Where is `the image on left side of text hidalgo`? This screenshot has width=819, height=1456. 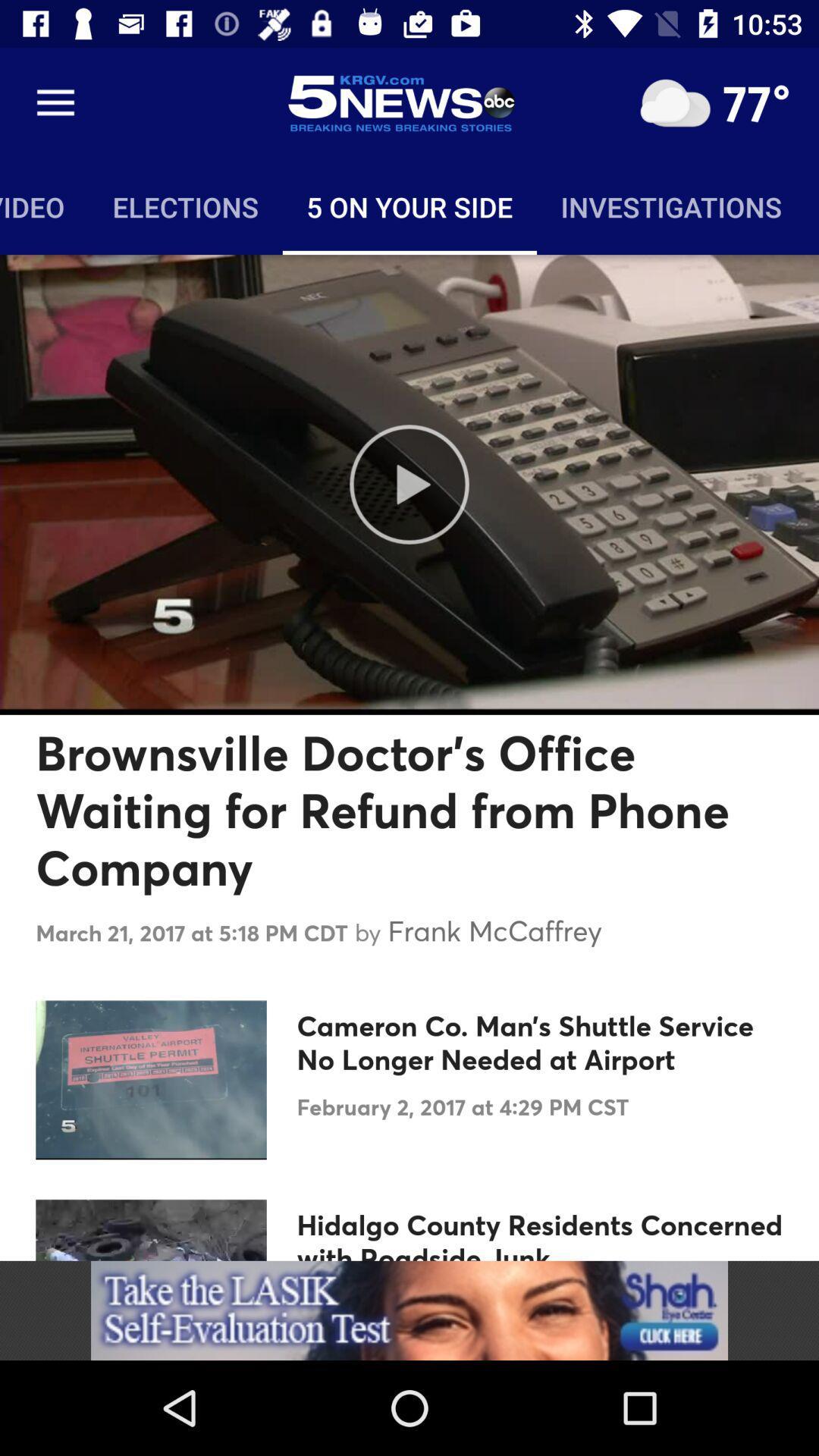
the image on left side of text hidalgo is located at coordinates (151, 1230).